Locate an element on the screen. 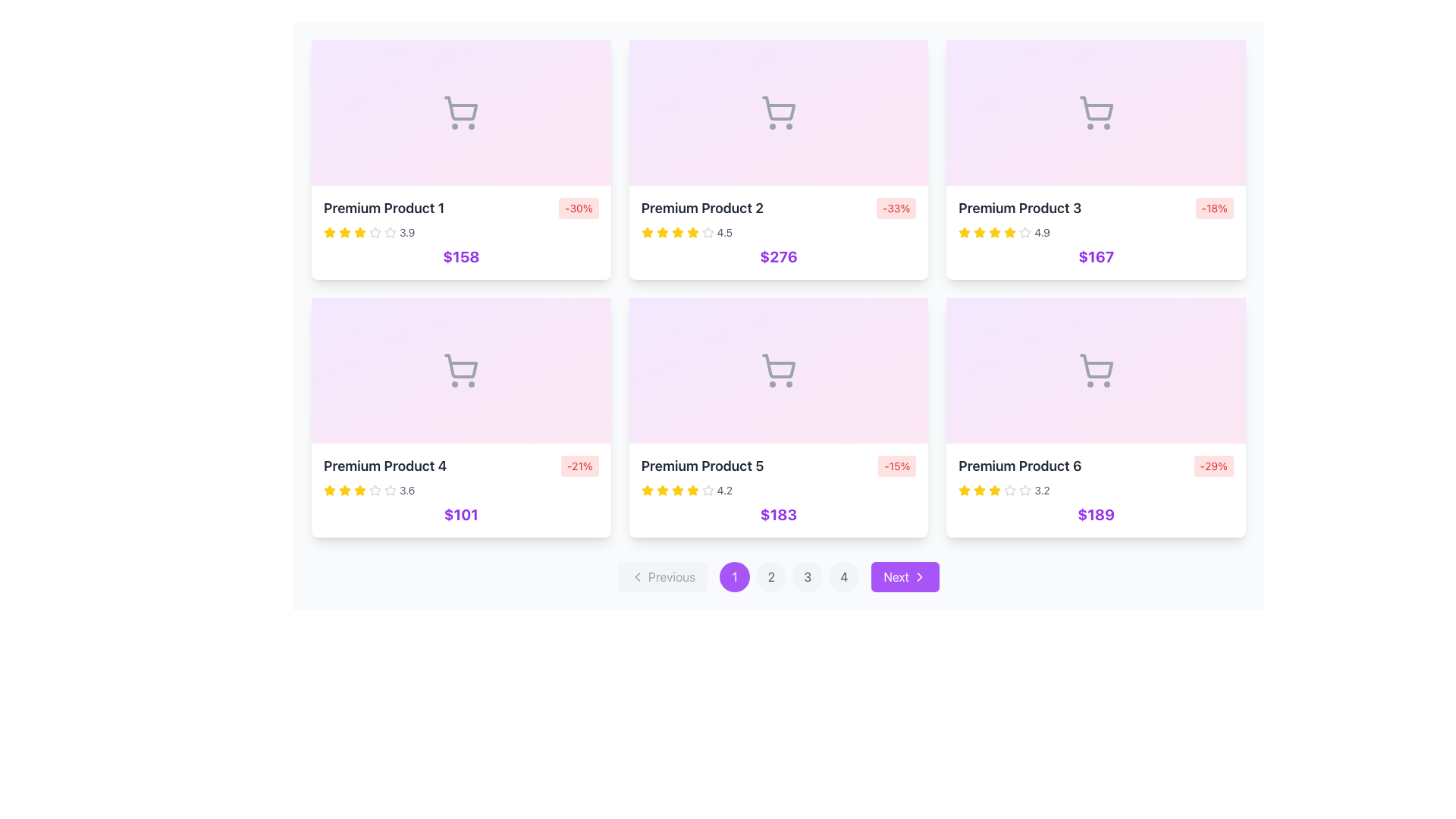 This screenshot has width=1456, height=819. the yellow filled star icon, which is the fifth star in the rating system for the 'Premium Product 3' card located in the top-right quadrant of the interface is located at coordinates (995, 233).